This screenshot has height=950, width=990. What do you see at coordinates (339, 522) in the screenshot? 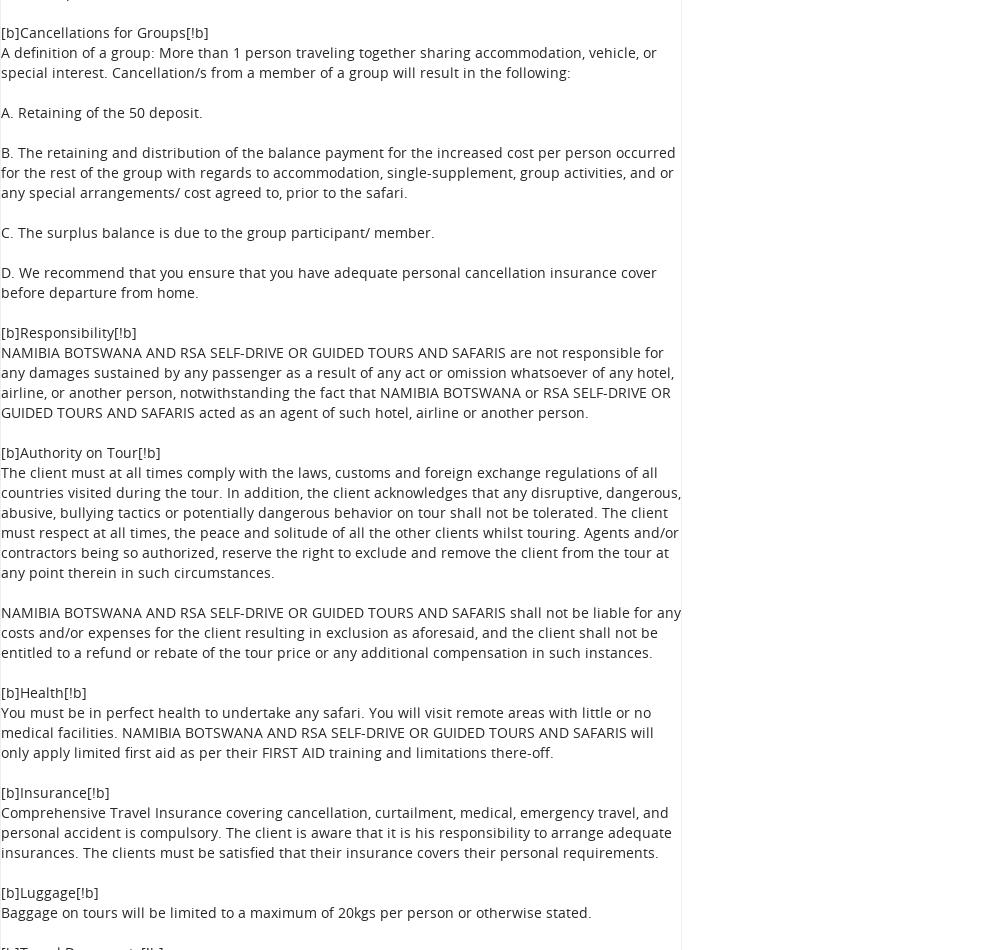
I see `'The client must at all times comply with the laws, customs and foreign exchange regulations of all countries visited during the tour. In addition, the client acknowledges that any disruptive, dangerous, abusive, bullying tactics or potentially dangerous behavior on tour shall not be tolerated. The client must respect at all times, the peace and solitude of all the other clients whilst touring. Agents and/or contractors being so authorized, reserve the right to exclude and remove the client from the tour at any point therein in such circumstances.'` at bounding box center [339, 522].